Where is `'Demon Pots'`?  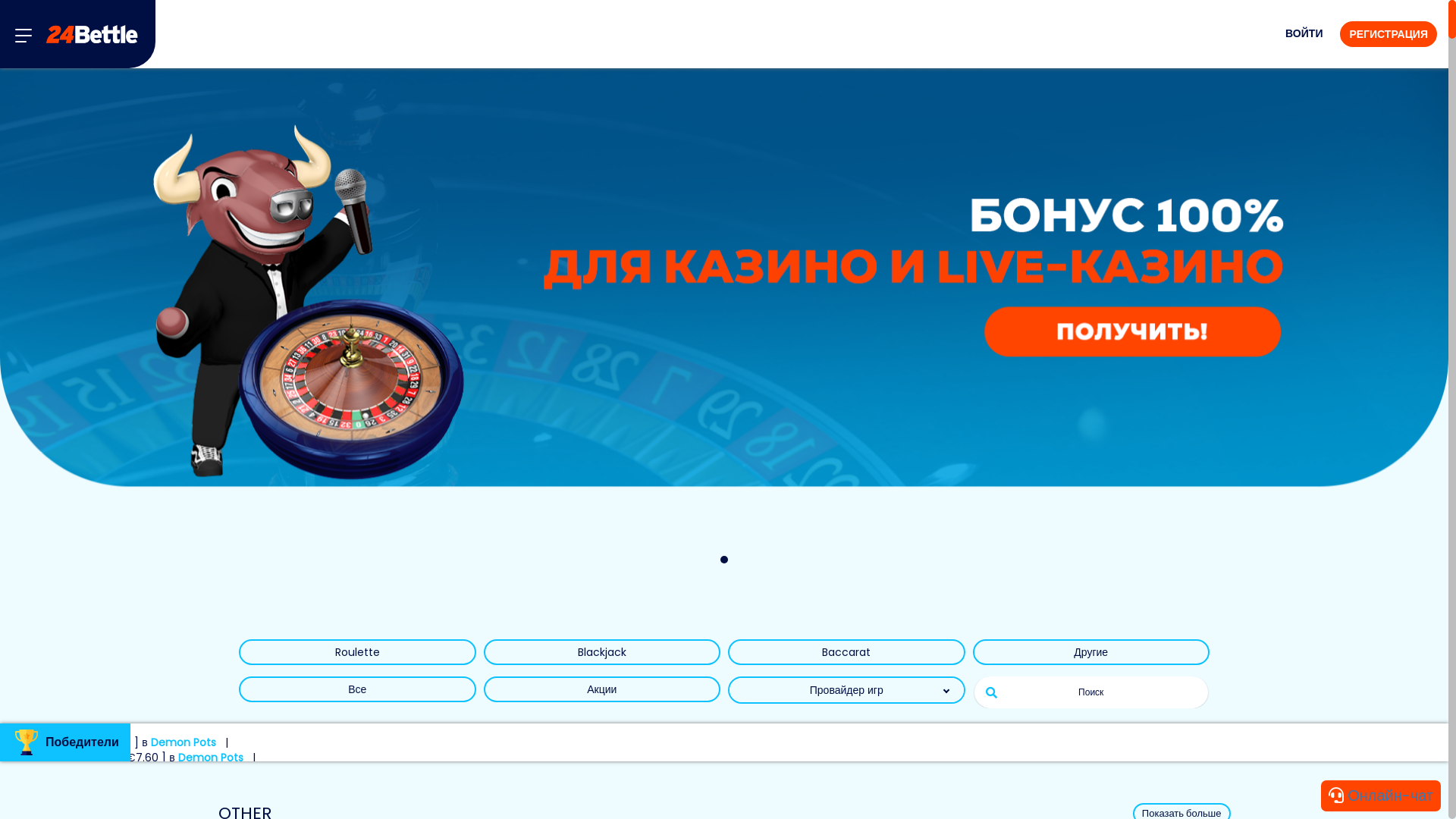 'Demon Pots' is located at coordinates (210, 757).